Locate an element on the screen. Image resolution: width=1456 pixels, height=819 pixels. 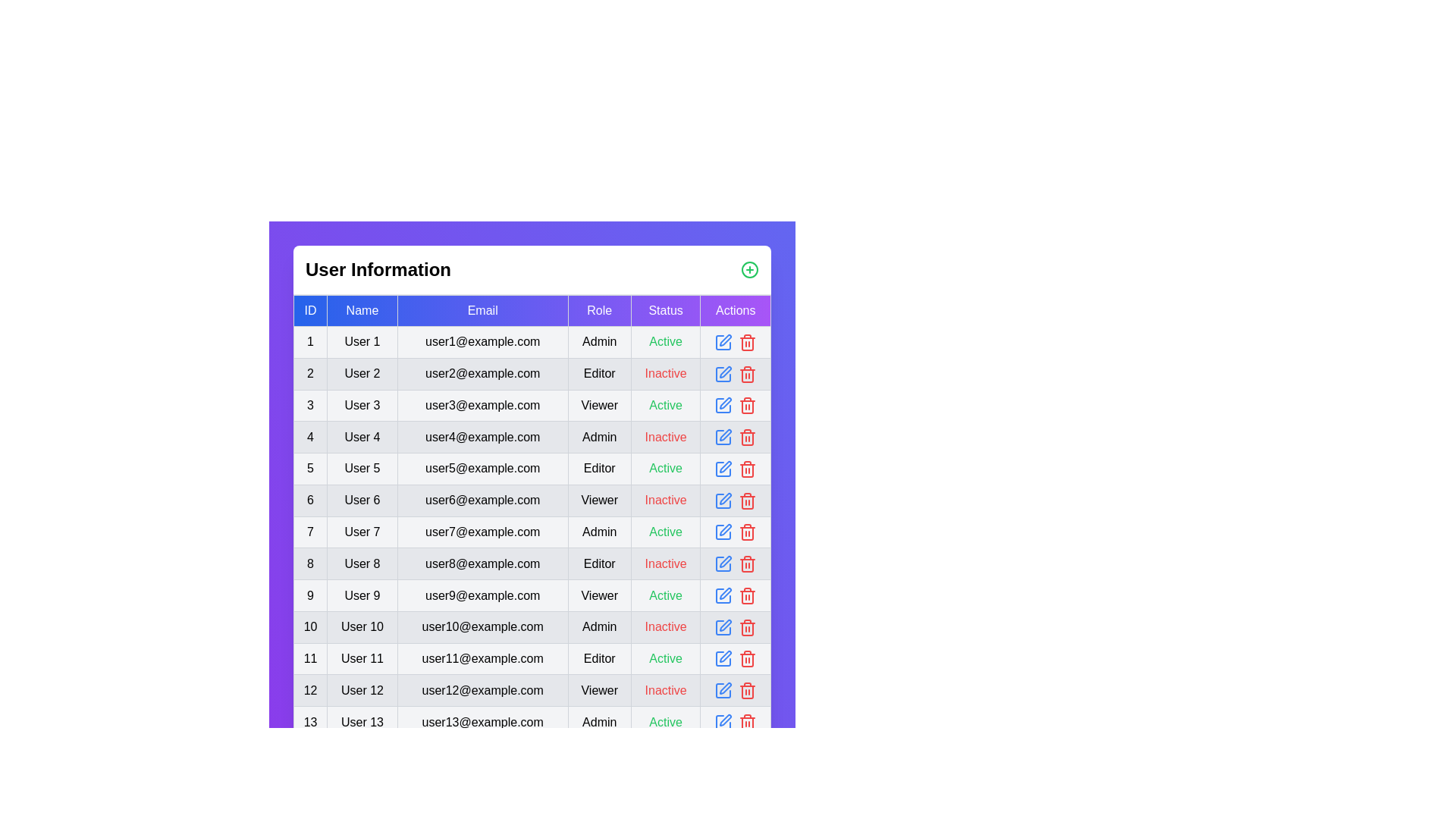
the column header Actions to sort or filter the table is located at coordinates (736, 309).